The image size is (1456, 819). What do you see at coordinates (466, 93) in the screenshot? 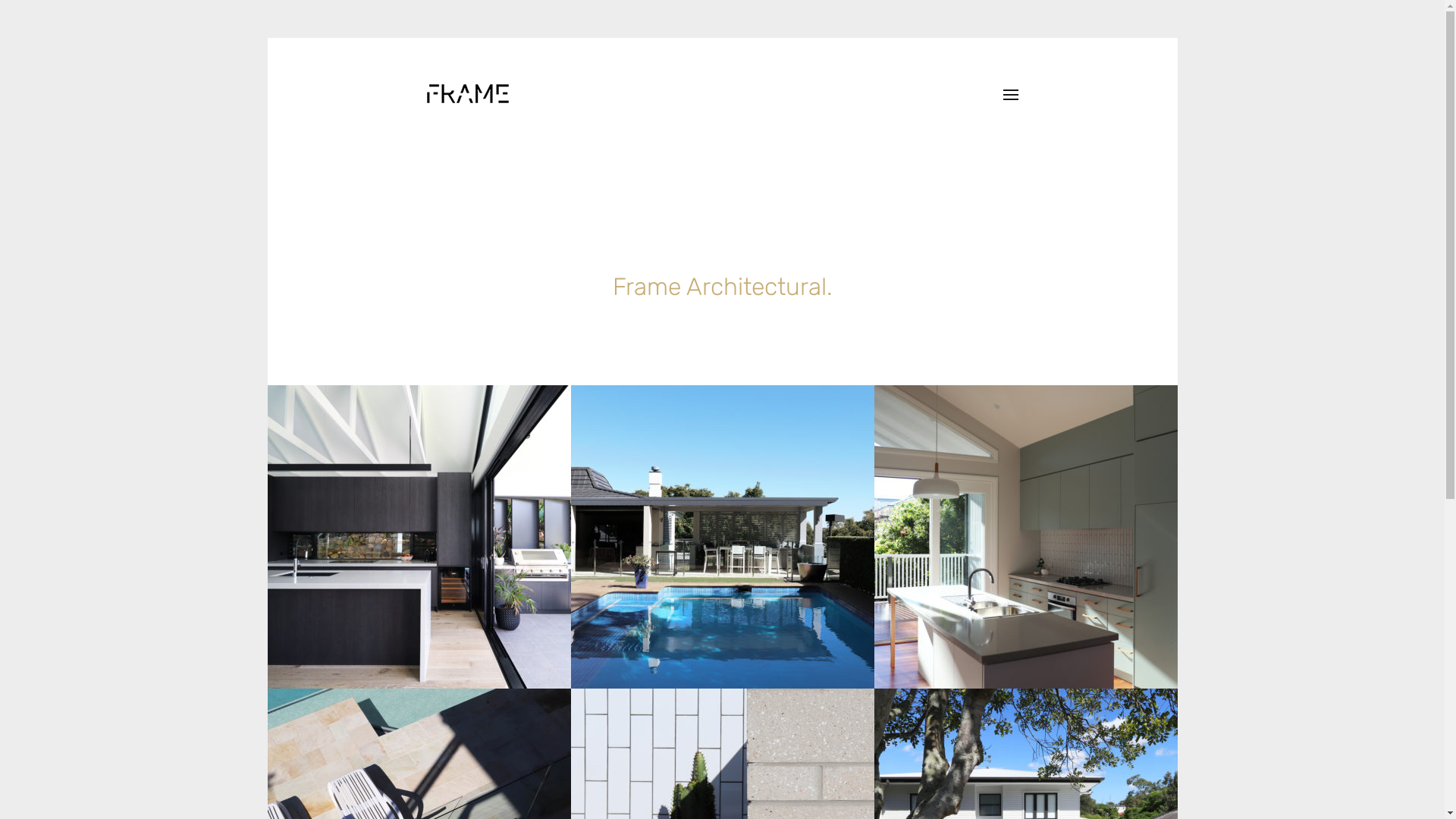
I see `'Frame Architectural'` at bounding box center [466, 93].